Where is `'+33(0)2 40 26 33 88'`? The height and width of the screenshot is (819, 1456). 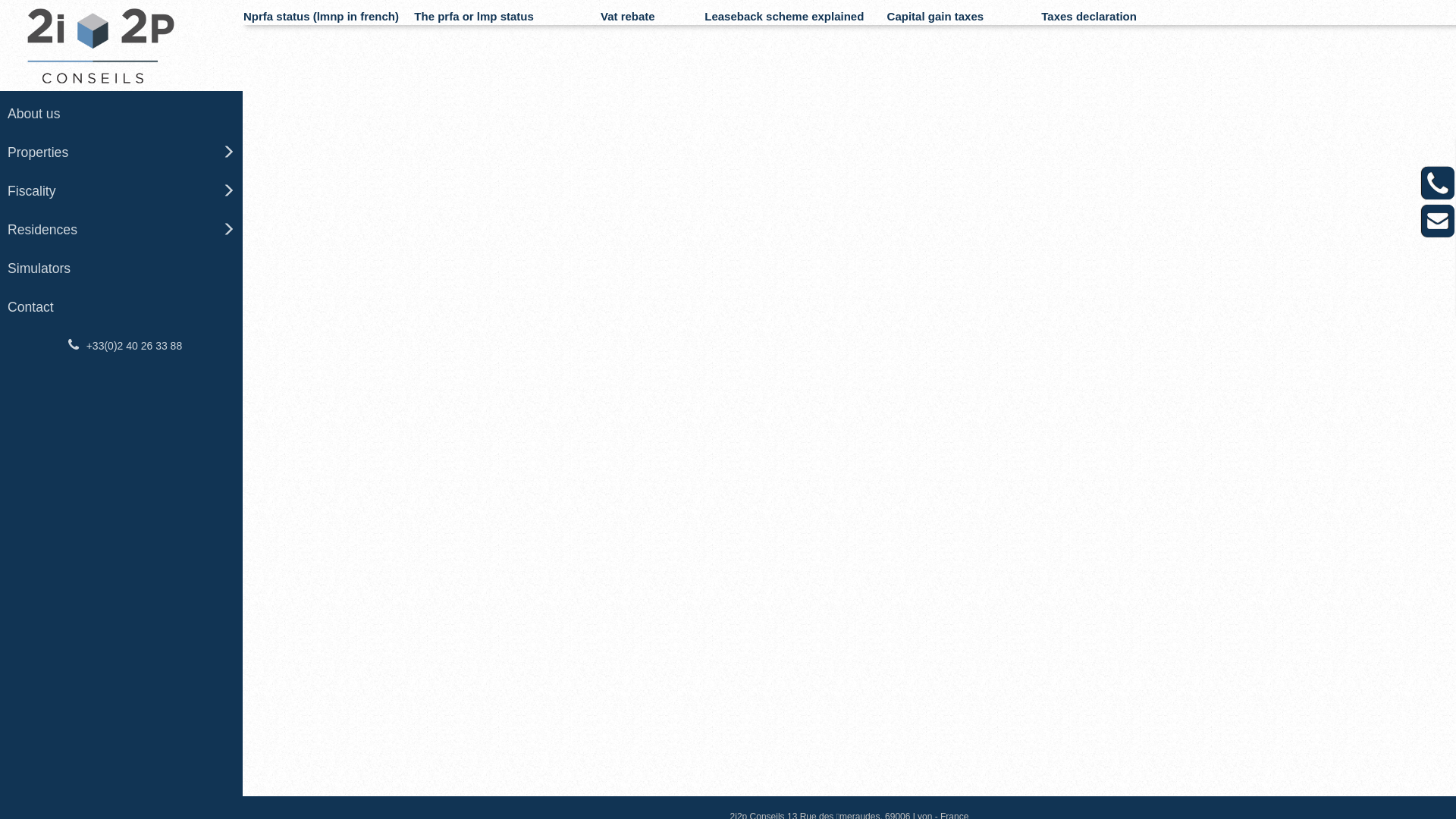
'+33(0)2 40 26 33 88' is located at coordinates (120, 345).